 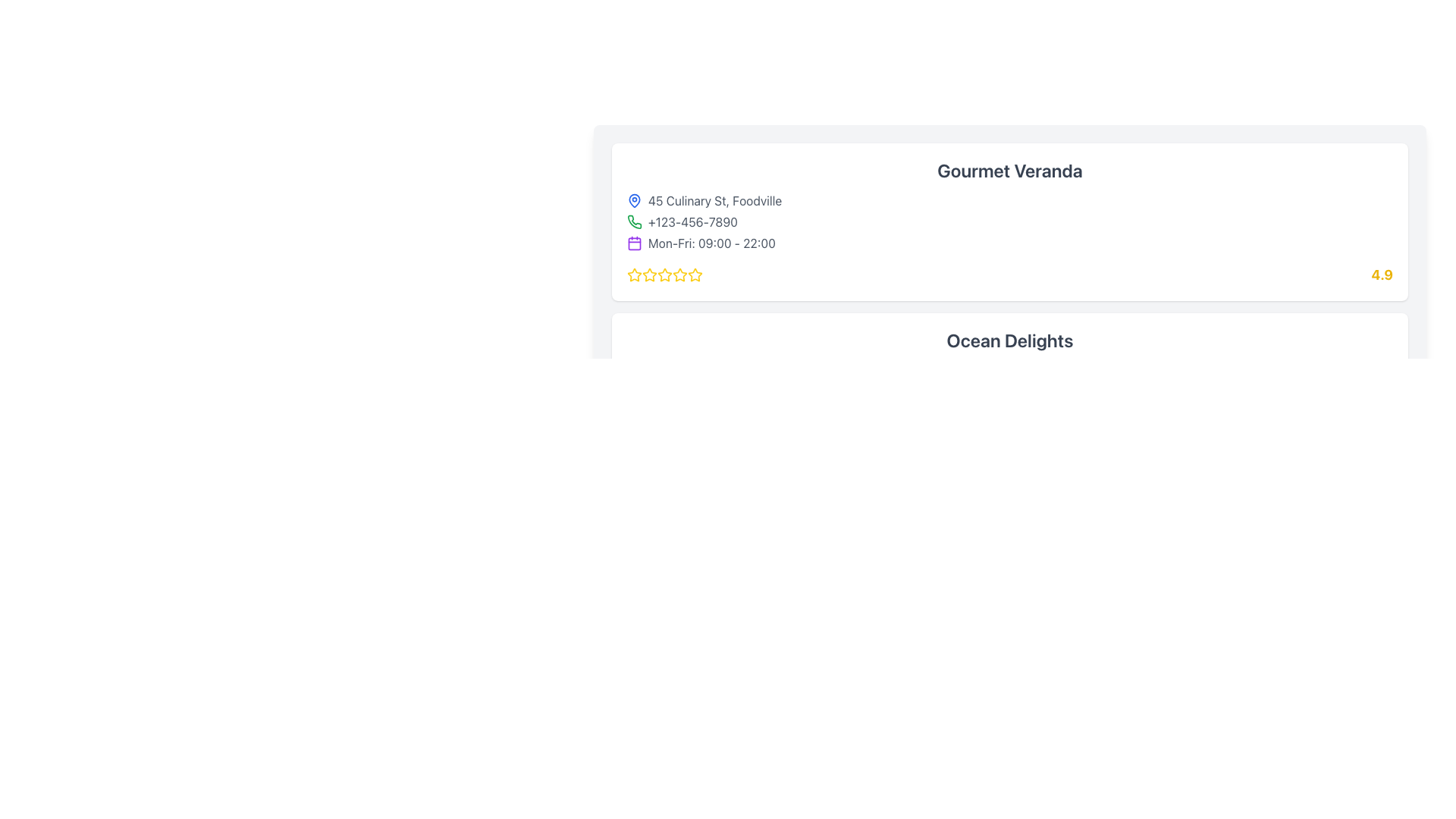 I want to click on the first star icon in the rating indicator of the 'Gourmet Veranda' card, which has a yellow border and white center, so click(x=650, y=275).